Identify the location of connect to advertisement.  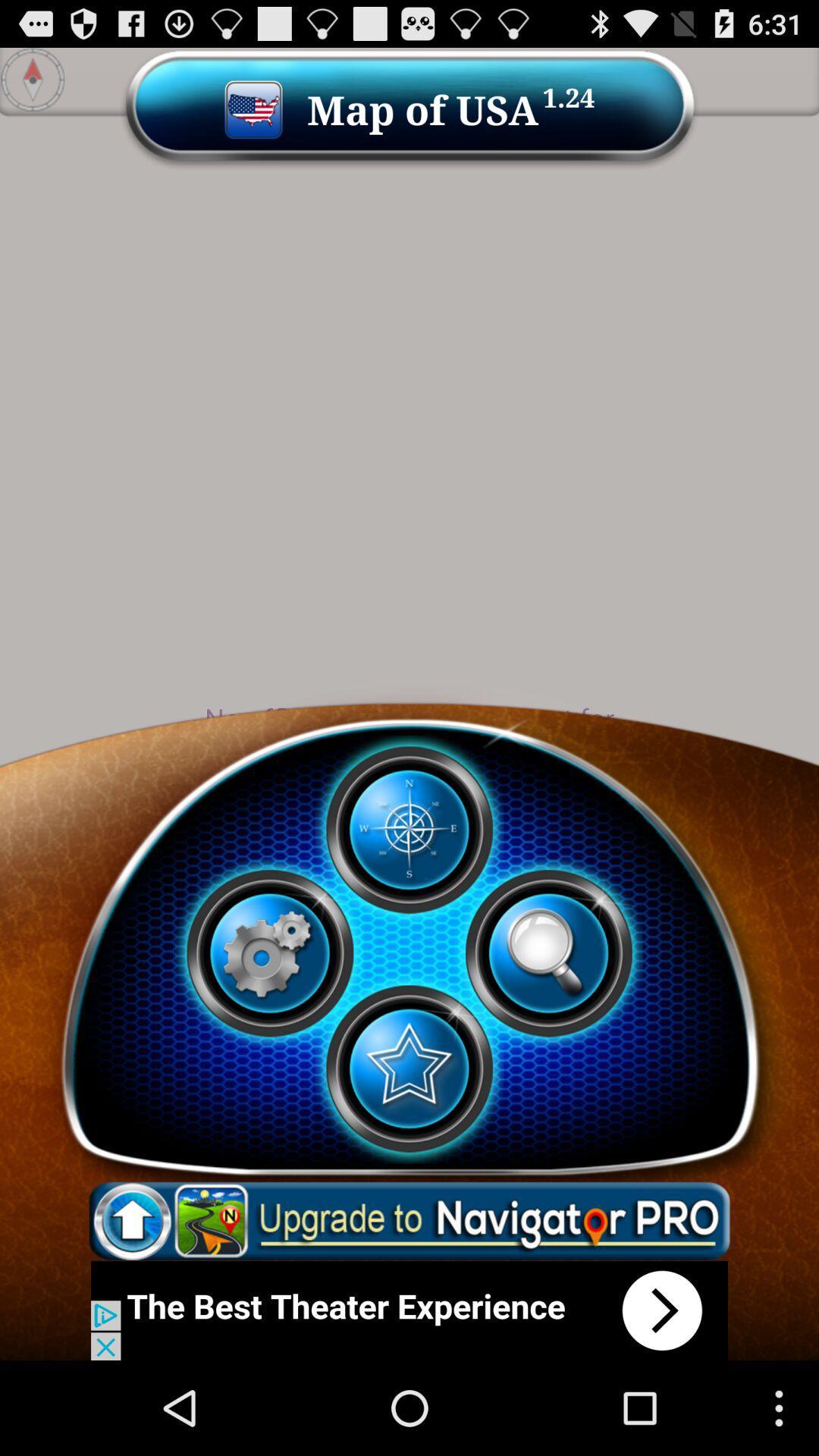
(409, 1310).